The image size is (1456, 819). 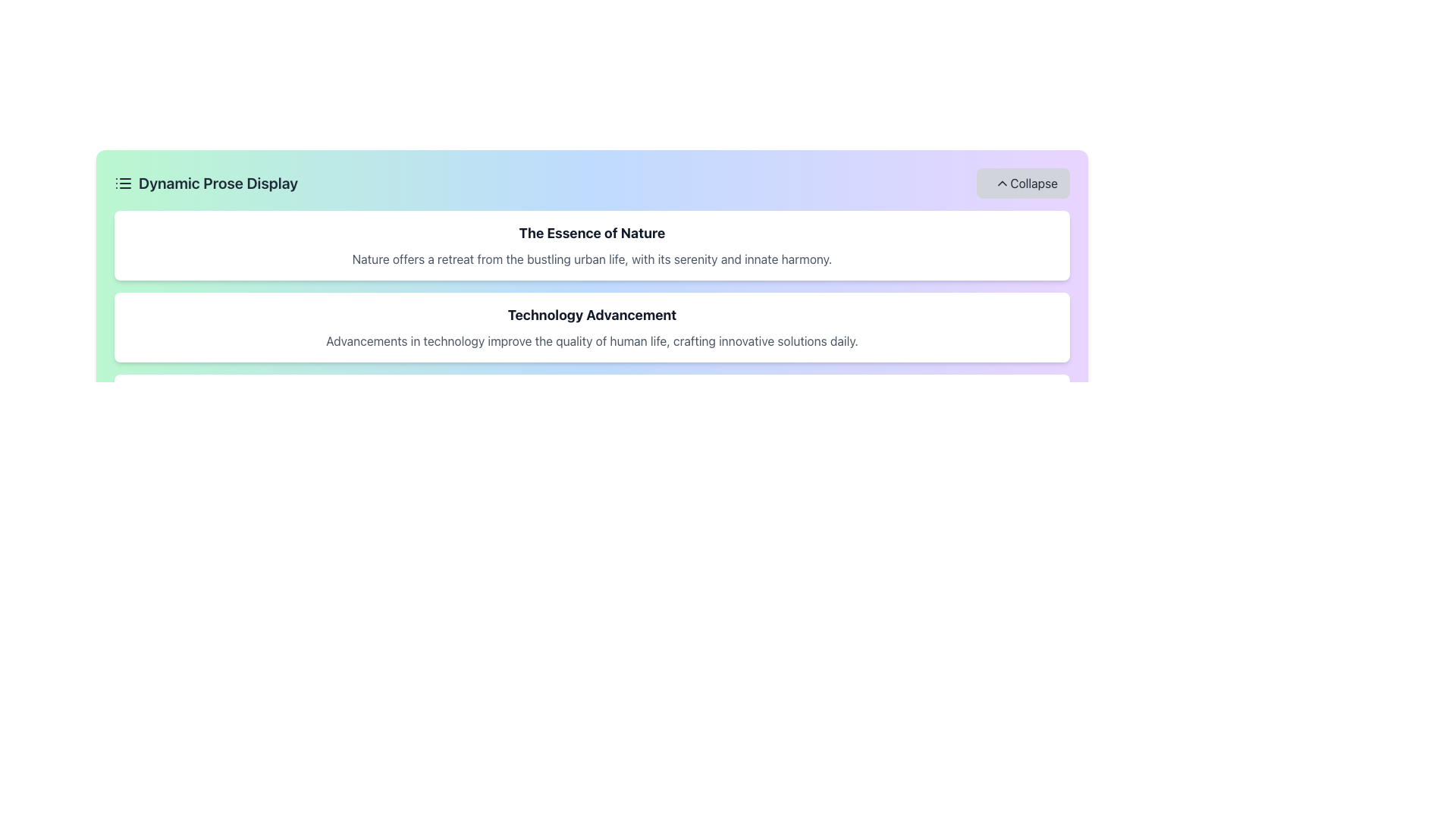 I want to click on text from the text label displaying 'Dynamic Prose Display', which is styled in bold and large font and located at the top left corner under a gradient background, so click(x=206, y=183).